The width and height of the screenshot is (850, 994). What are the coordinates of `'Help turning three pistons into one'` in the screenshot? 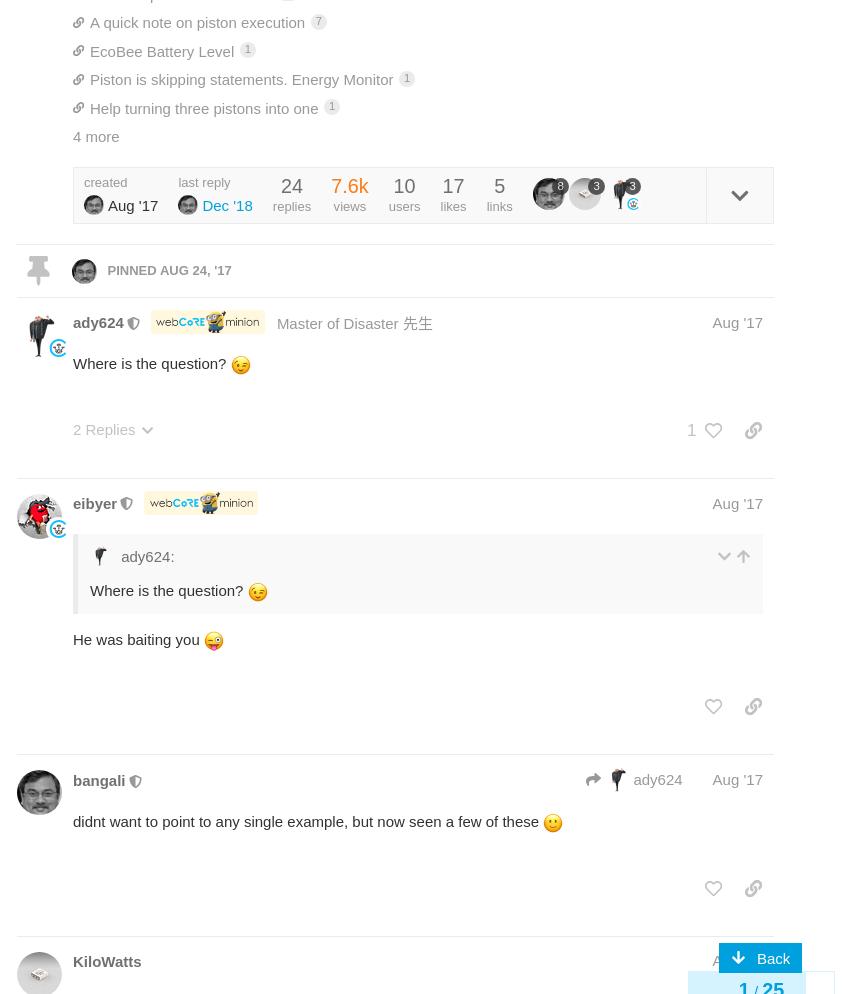 It's located at (89, 106).